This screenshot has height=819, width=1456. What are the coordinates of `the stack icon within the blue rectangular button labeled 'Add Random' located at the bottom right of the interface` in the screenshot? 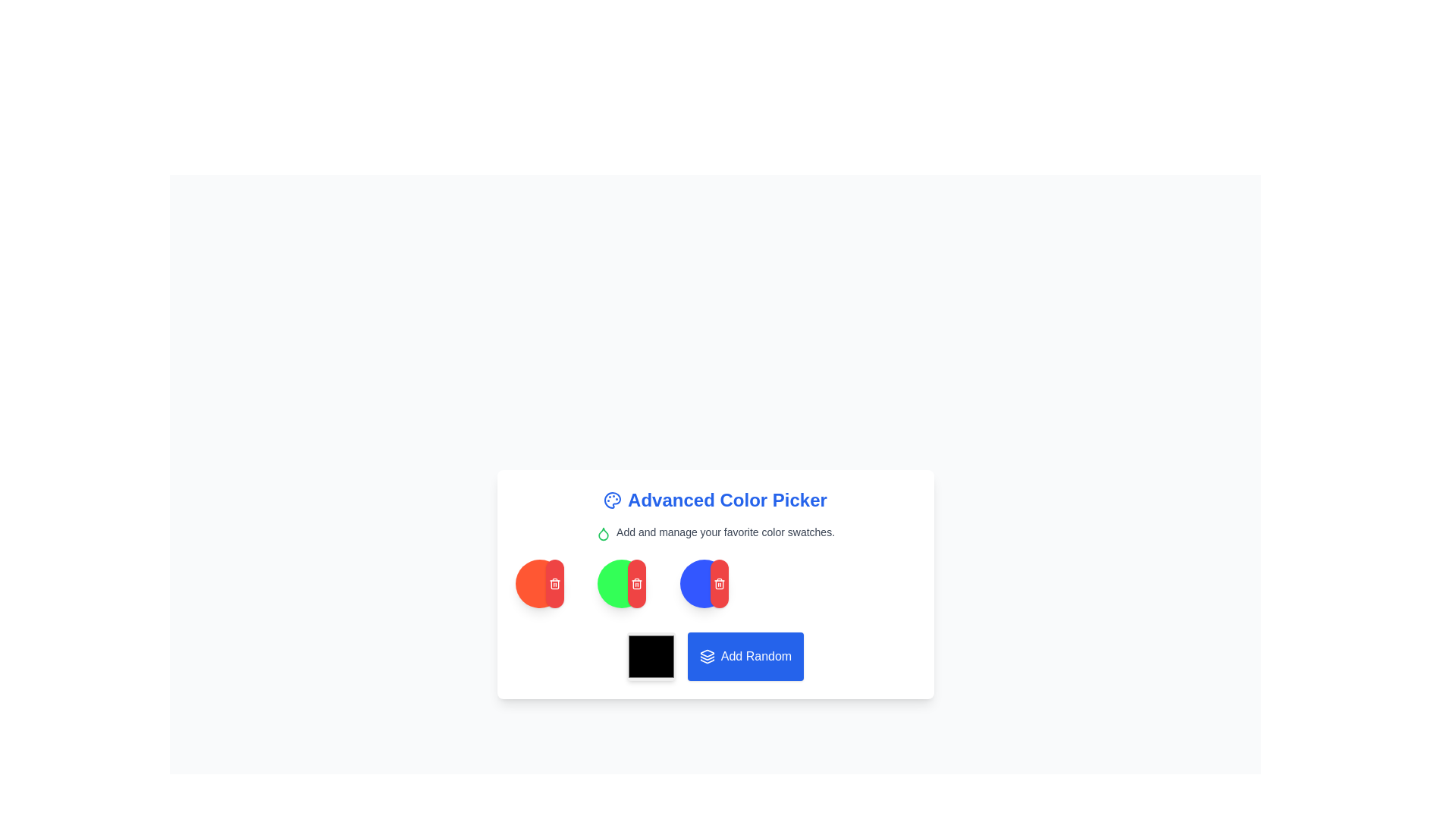 It's located at (706, 655).